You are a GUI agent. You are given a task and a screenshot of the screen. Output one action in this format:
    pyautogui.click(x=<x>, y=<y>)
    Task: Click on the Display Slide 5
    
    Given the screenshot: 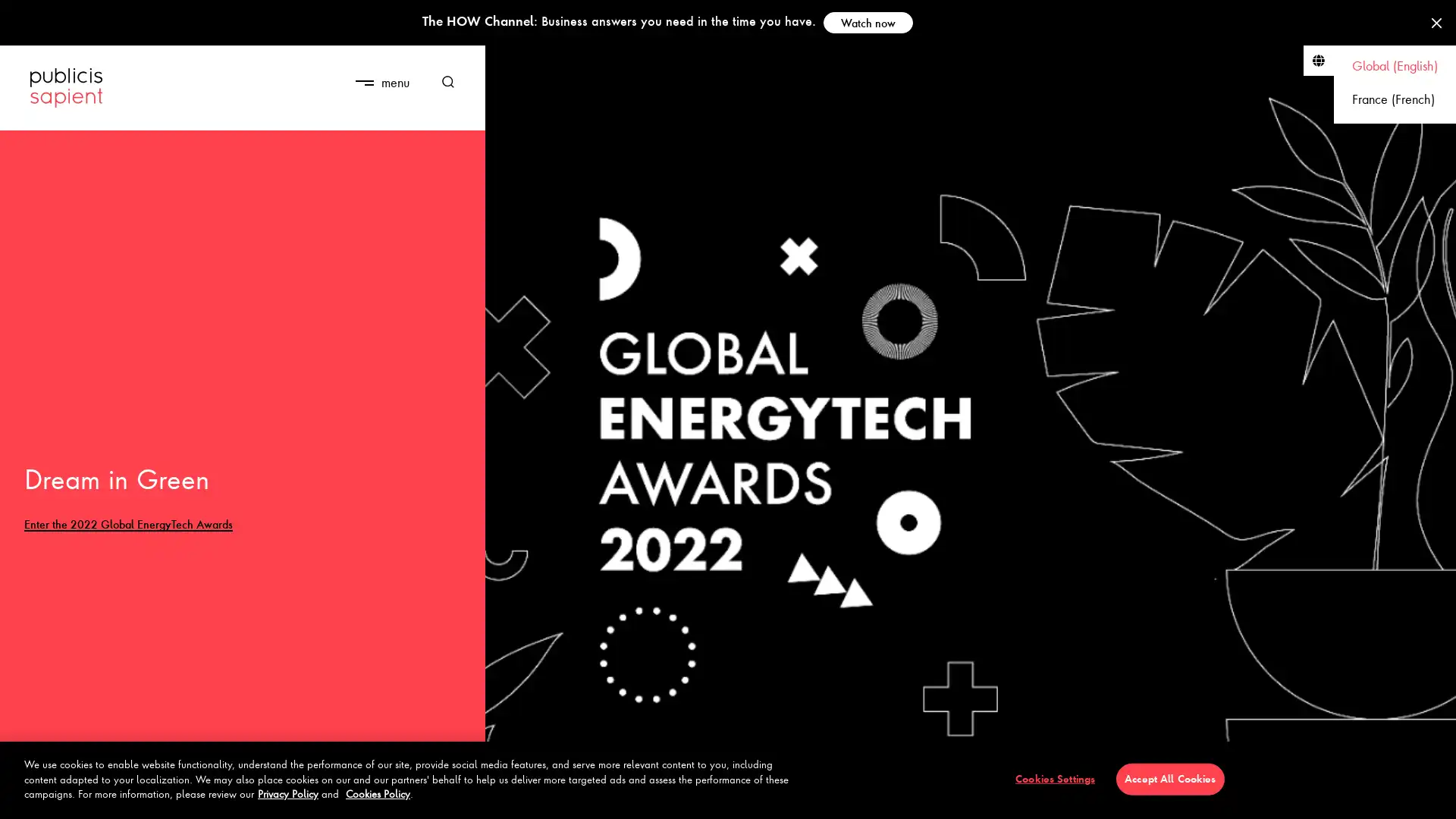 What is the action you would take?
    pyautogui.click(x=134, y=798)
    